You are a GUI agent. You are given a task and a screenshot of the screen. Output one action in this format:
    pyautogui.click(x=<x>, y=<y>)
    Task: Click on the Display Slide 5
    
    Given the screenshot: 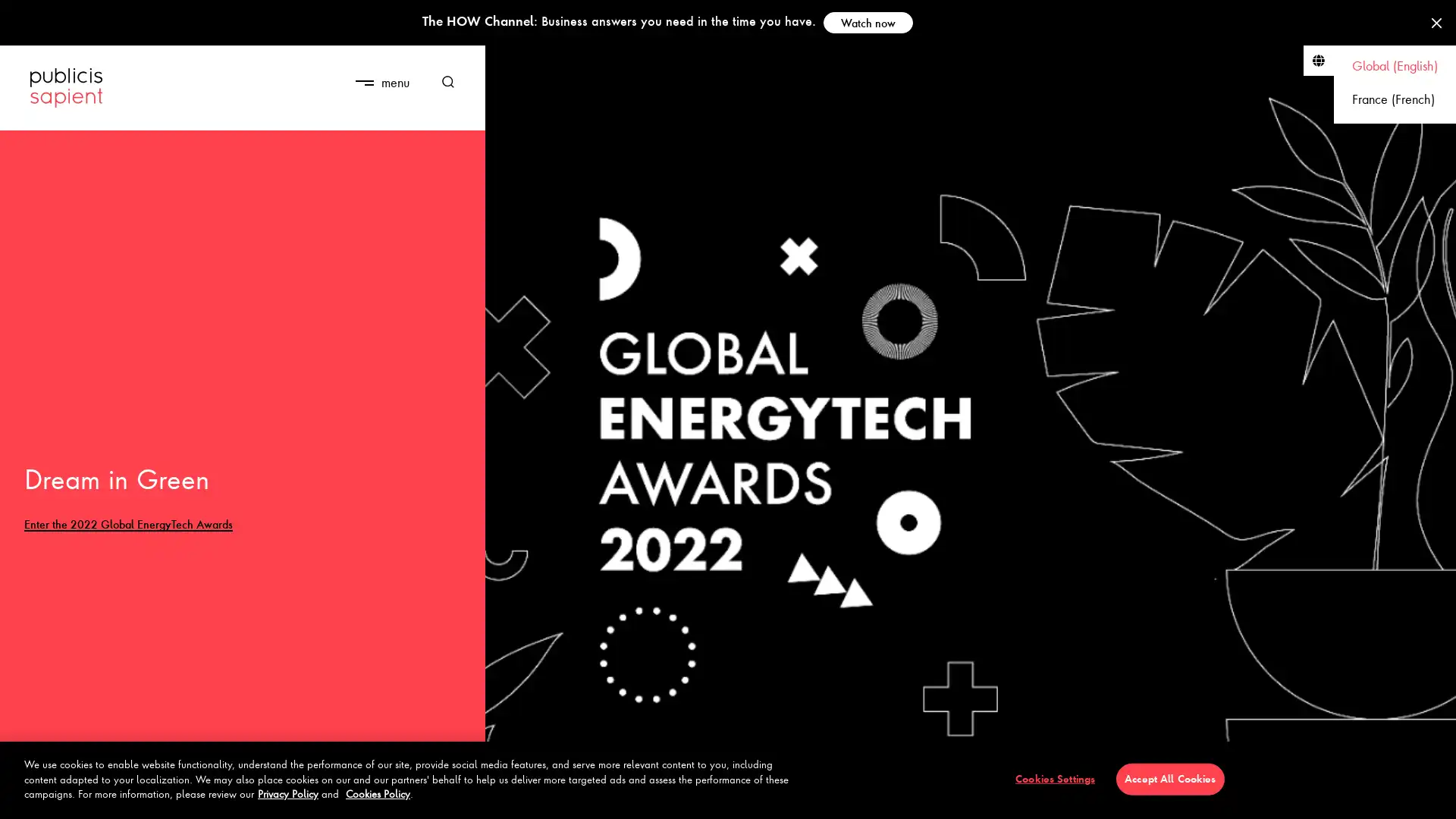 What is the action you would take?
    pyautogui.click(x=134, y=798)
    